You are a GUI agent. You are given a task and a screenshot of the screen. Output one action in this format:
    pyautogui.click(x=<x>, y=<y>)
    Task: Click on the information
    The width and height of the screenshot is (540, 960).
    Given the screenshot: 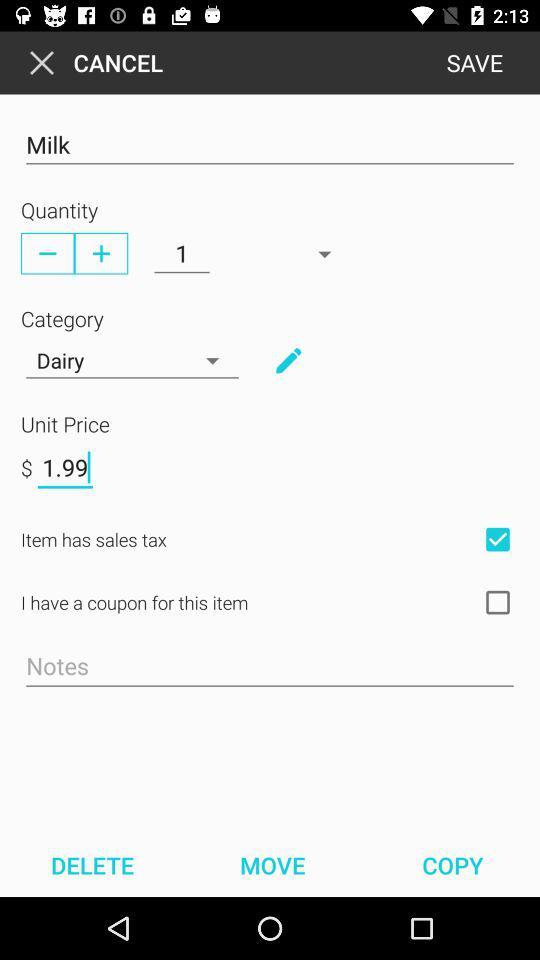 What is the action you would take?
    pyautogui.click(x=287, y=360)
    